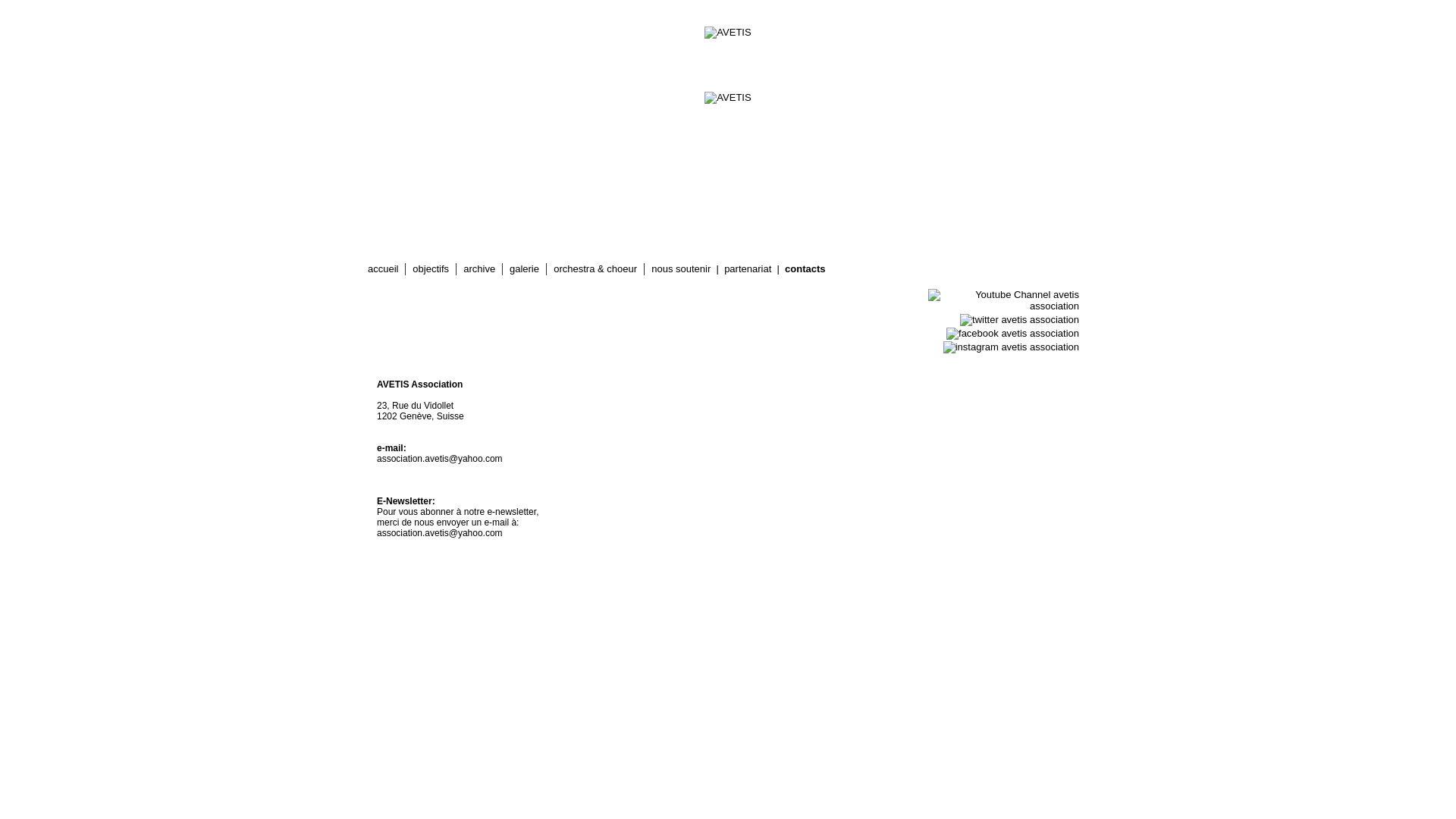  I want to click on 'galerie', so click(524, 268).